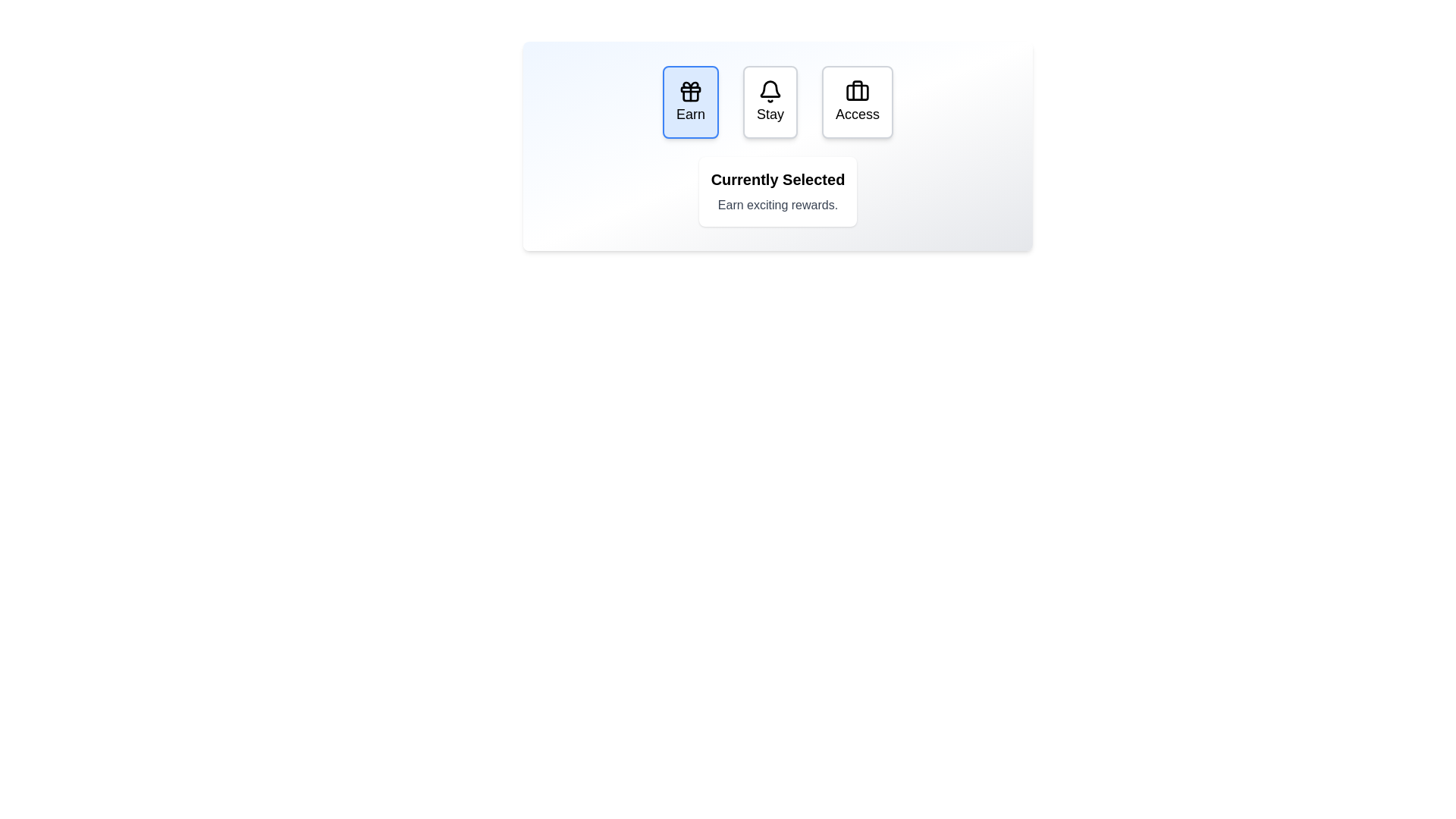 This screenshot has width=1456, height=819. What do you see at coordinates (778, 191) in the screenshot?
I see `text from the informational panel that says 'Currently Selected' in bold, black font and 'Earn exciting rewards.' in smaller gray font, located centrally beneath the 'Stay' button` at bounding box center [778, 191].